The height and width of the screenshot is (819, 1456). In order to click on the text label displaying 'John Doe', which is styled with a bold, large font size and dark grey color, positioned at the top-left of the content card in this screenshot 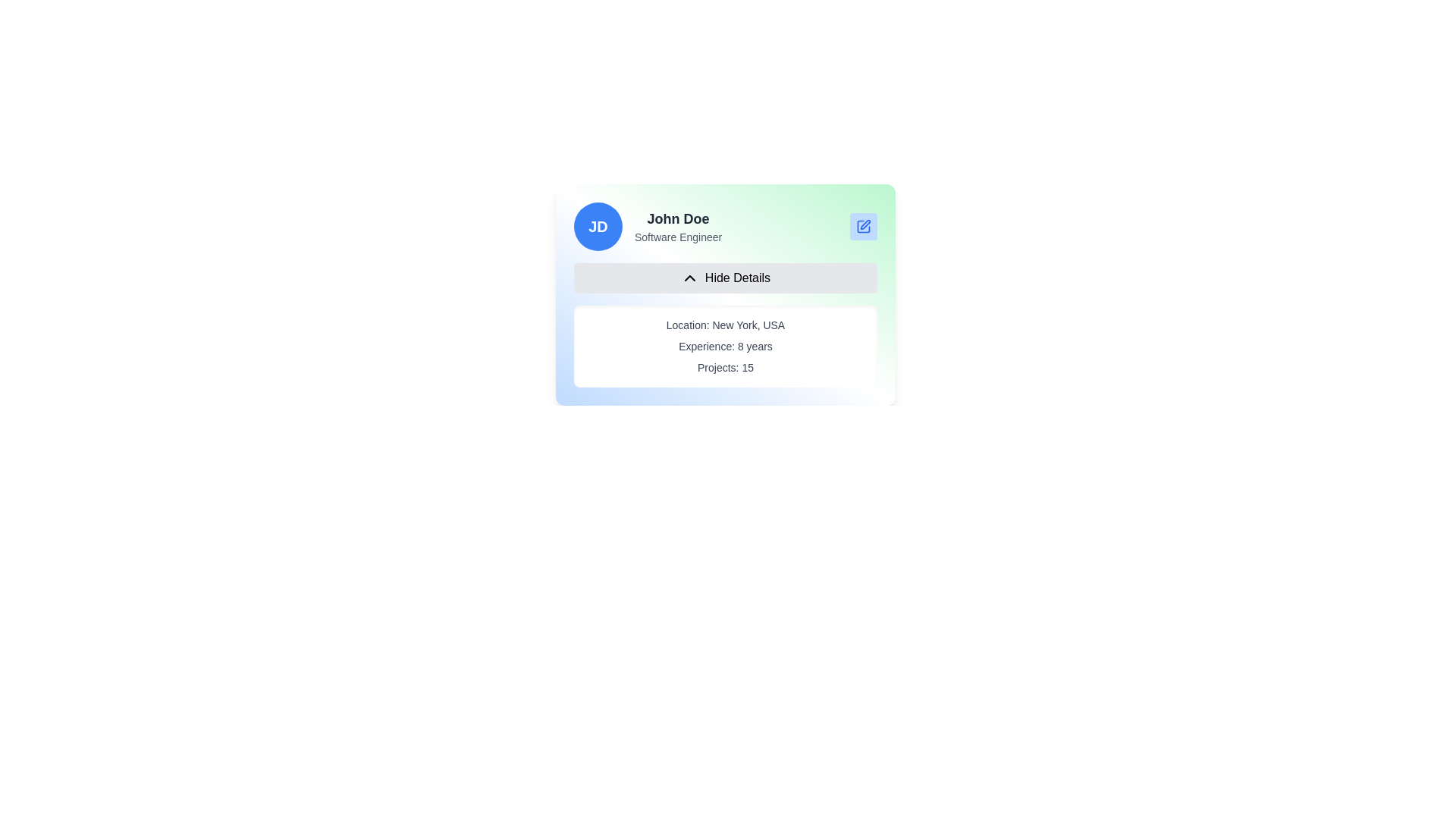, I will do `click(677, 219)`.